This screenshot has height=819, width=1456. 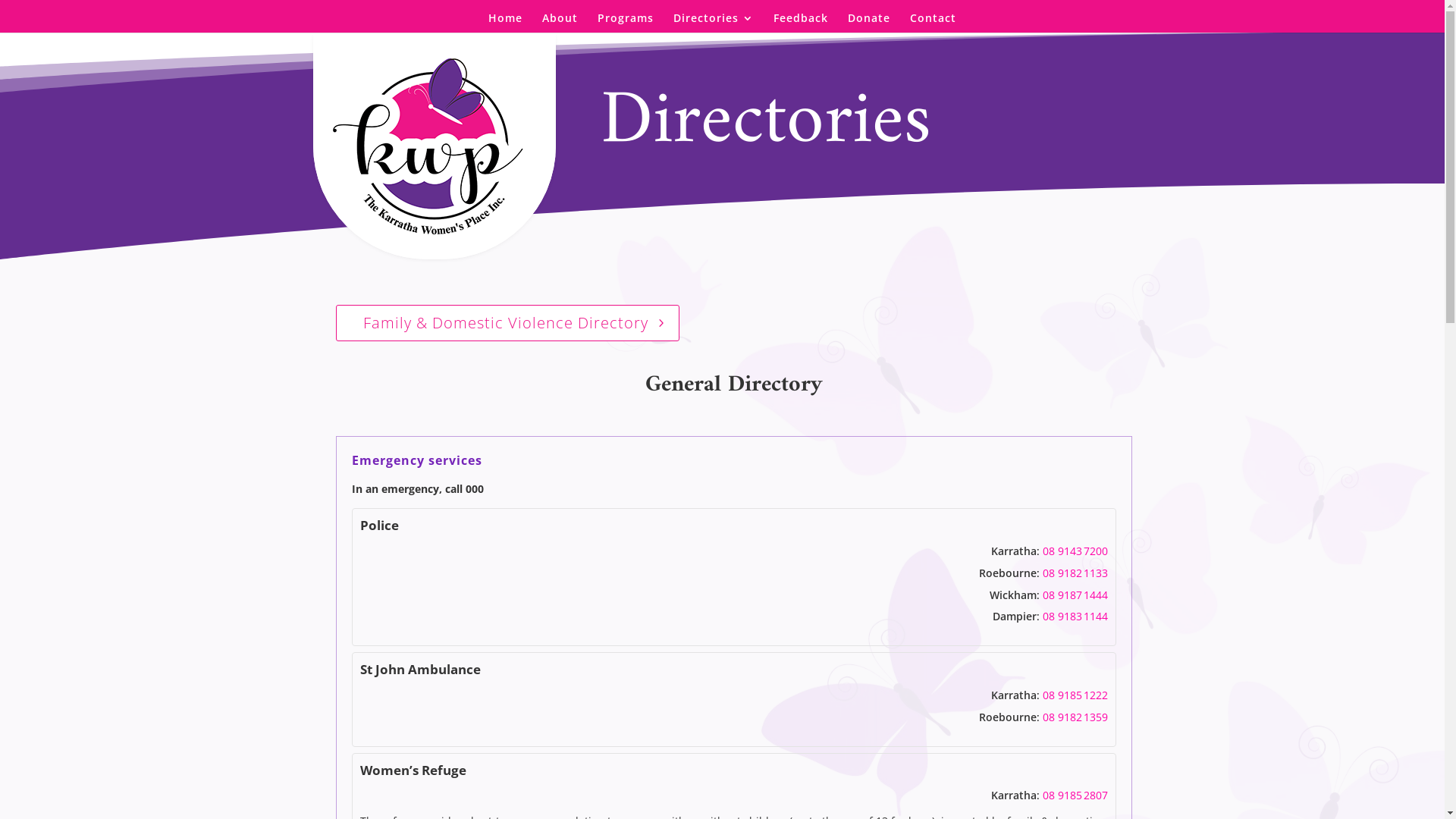 I want to click on 'Family & Domestic Violence Directory', so click(x=507, y=322).